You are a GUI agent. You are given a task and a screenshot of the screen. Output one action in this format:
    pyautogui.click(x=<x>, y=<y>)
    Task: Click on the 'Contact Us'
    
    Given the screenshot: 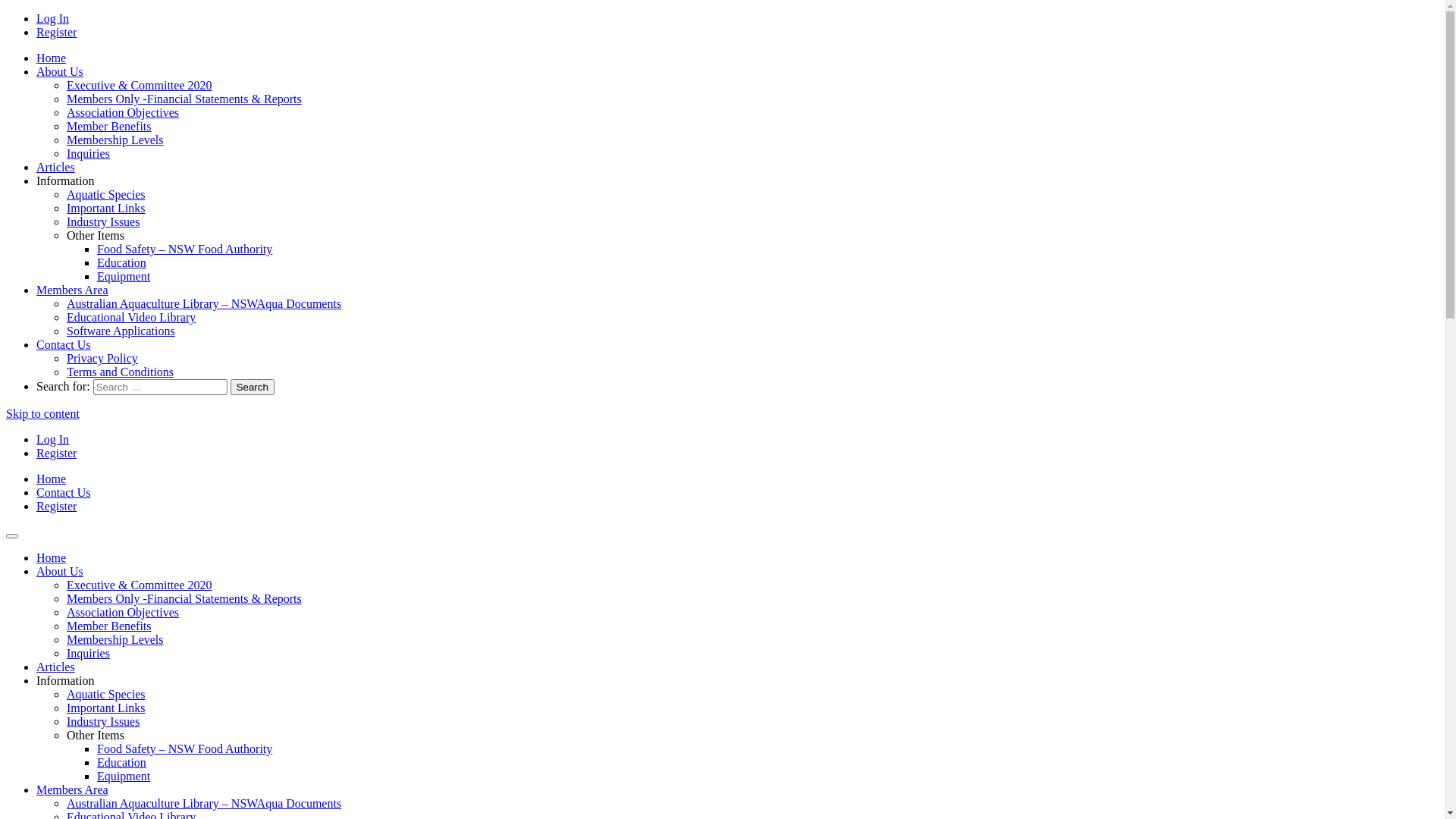 What is the action you would take?
    pyautogui.click(x=62, y=492)
    